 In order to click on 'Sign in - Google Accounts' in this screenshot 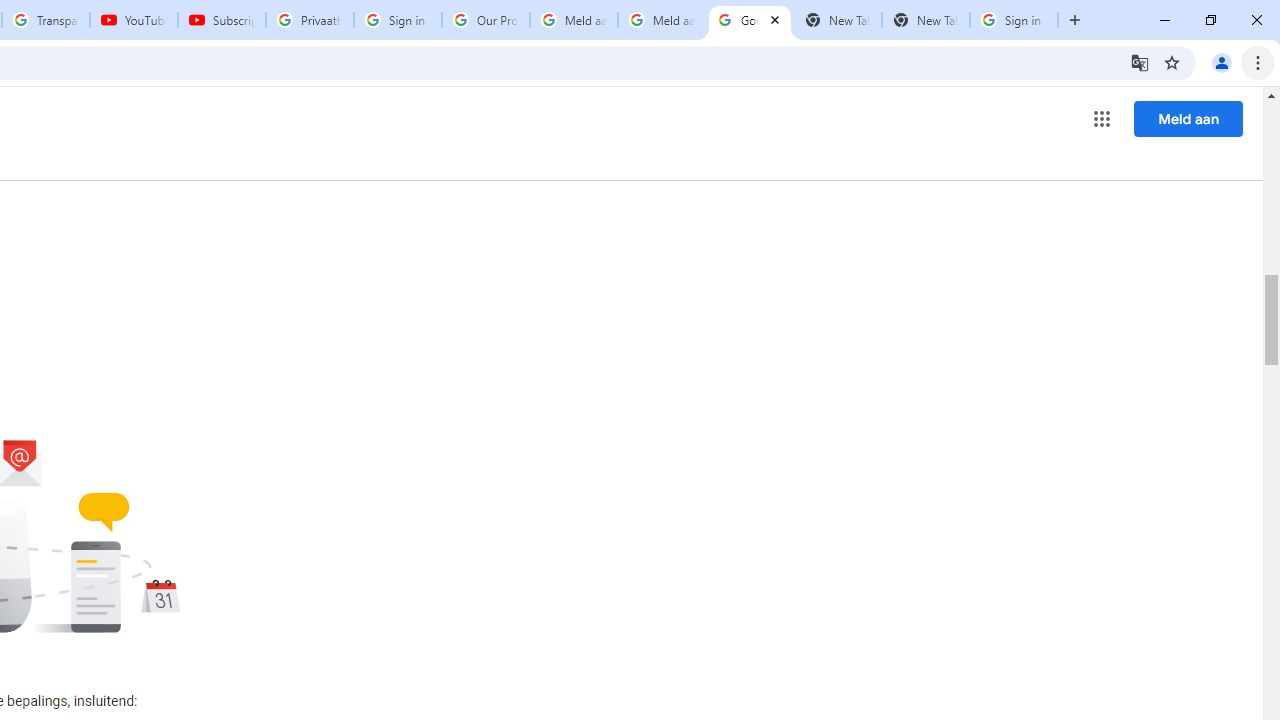, I will do `click(398, 20)`.